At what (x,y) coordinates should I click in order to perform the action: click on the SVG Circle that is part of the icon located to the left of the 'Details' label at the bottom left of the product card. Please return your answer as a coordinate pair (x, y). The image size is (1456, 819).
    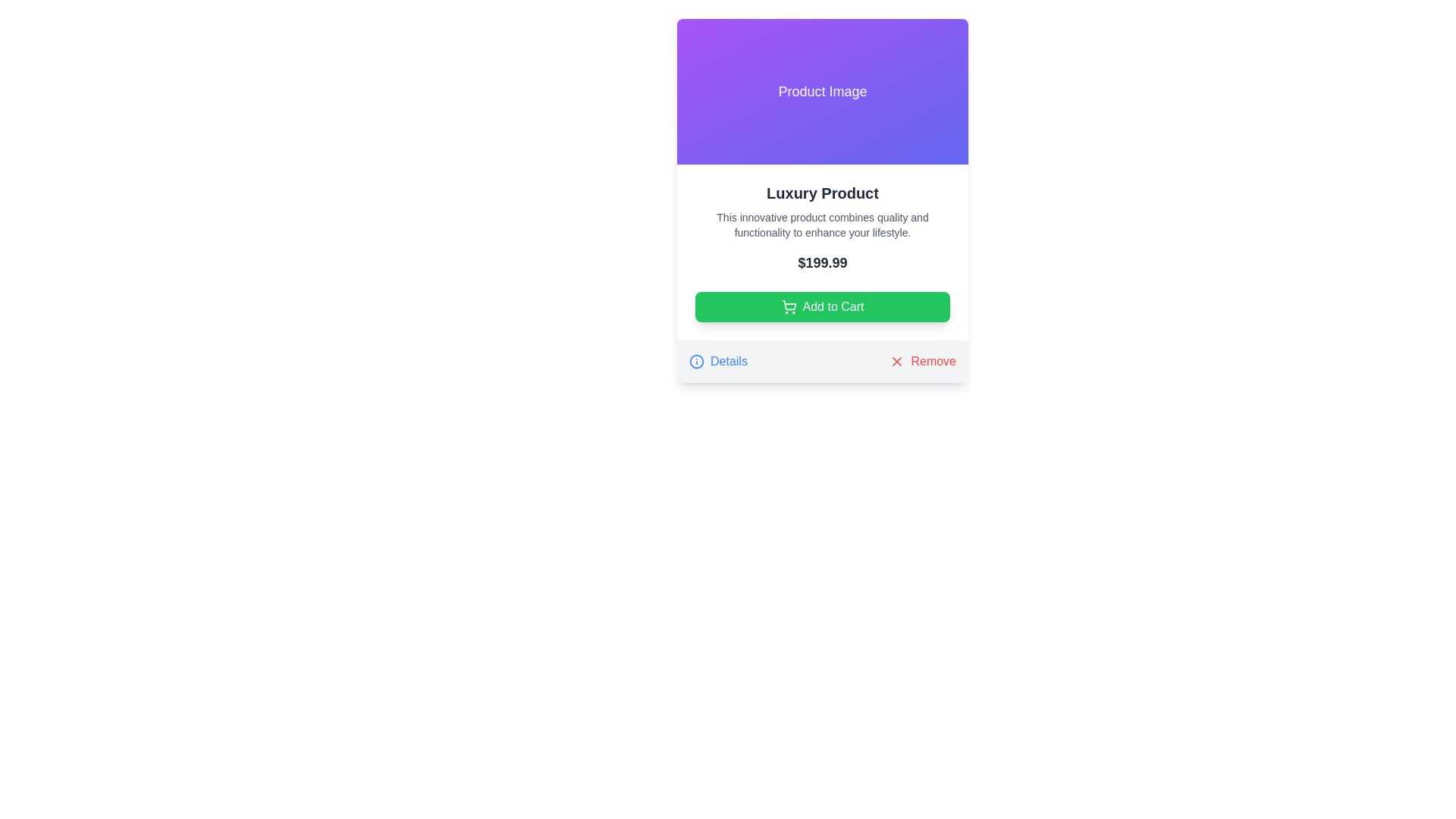
    Looking at the image, I should click on (695, 362).